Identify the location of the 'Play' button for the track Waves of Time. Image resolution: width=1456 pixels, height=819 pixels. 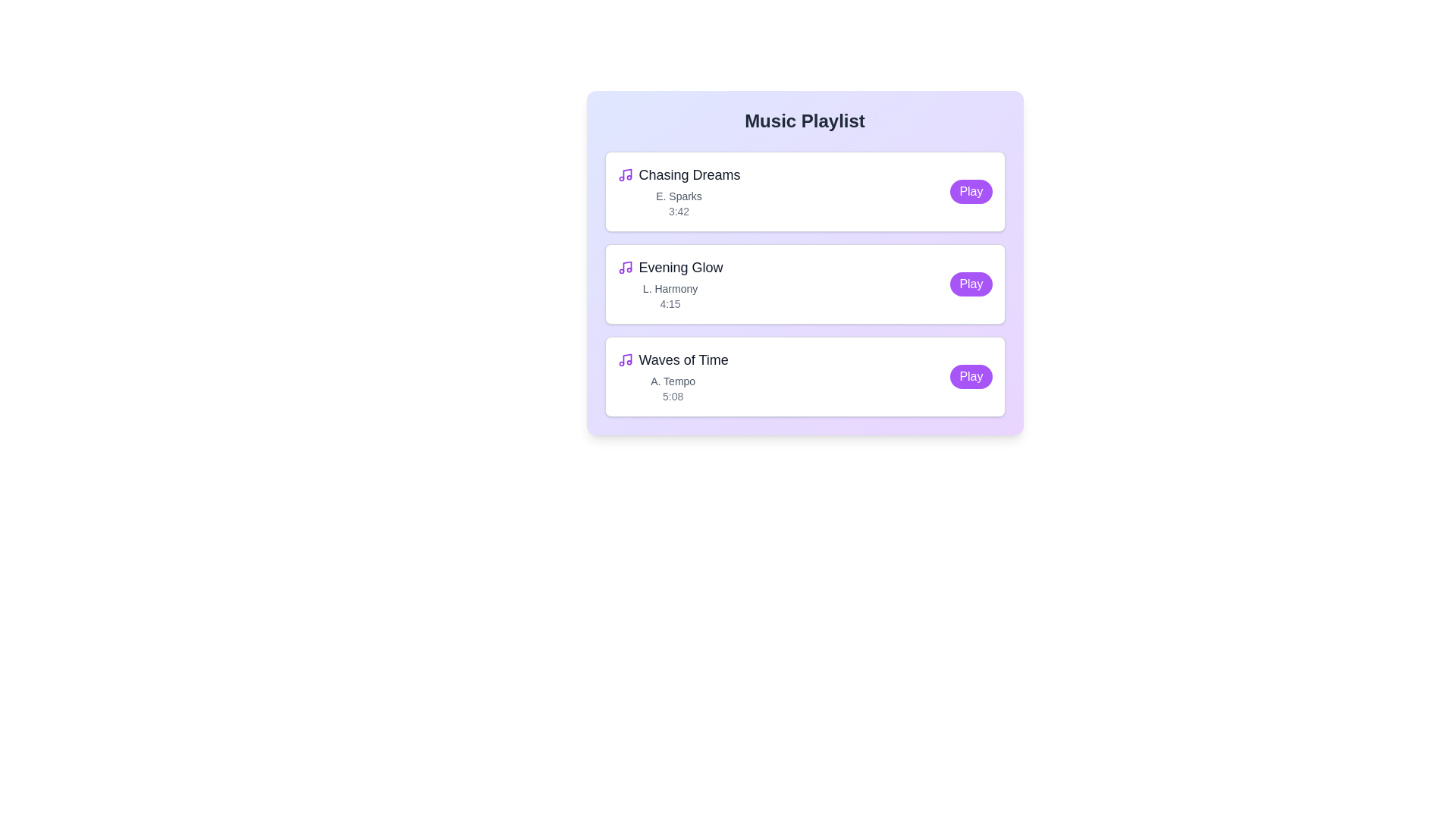
(971, 376).